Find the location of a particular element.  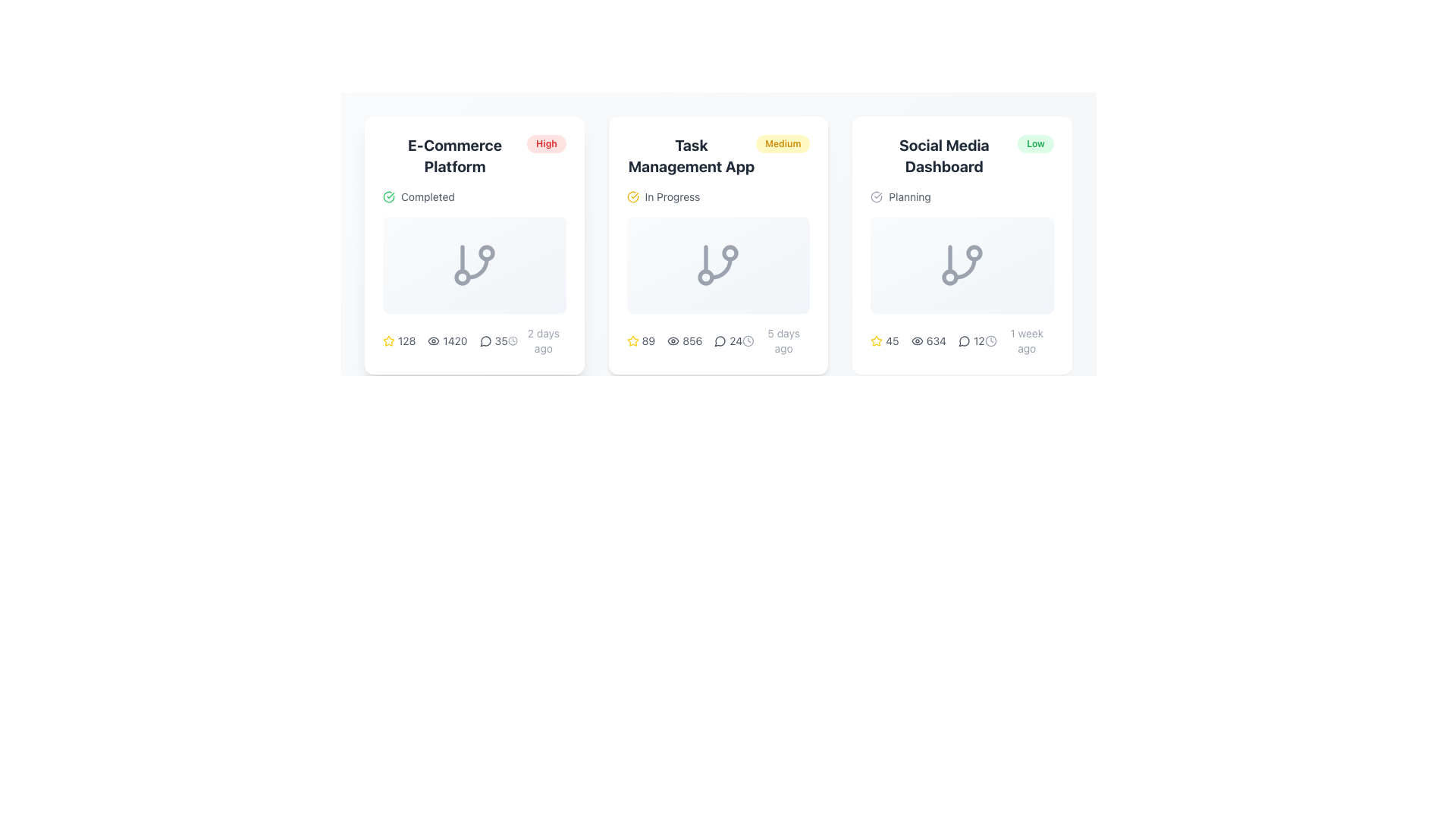

the priority level tag or label located to the right of the 'Task Management App' heading in the upper section of the card layout is located at coordinates (783, 143).